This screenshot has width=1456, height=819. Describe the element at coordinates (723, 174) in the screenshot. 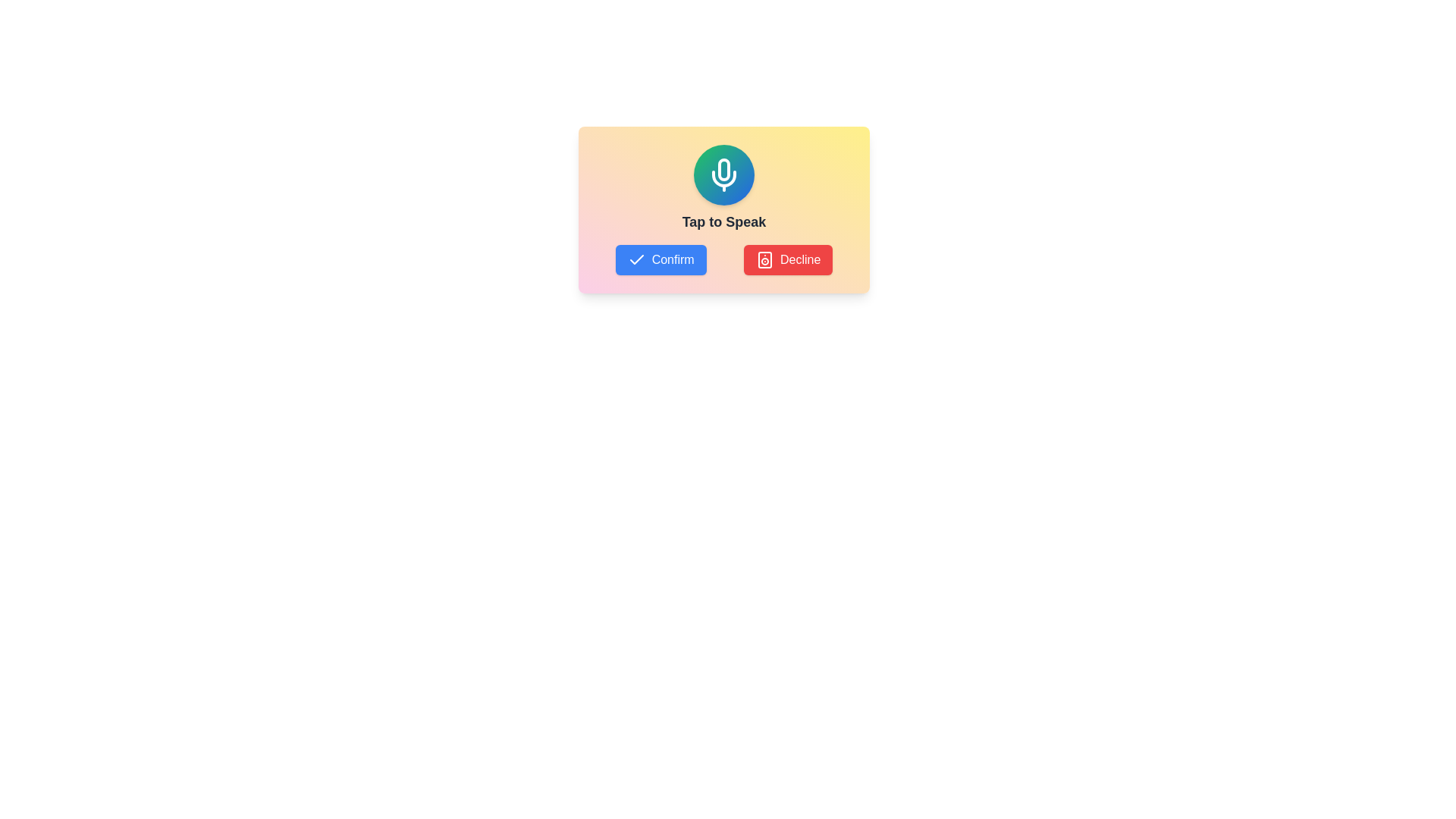

I see `the microphone icon, which is white and located at the top-center of the interface within a circular gradient background` at that location.